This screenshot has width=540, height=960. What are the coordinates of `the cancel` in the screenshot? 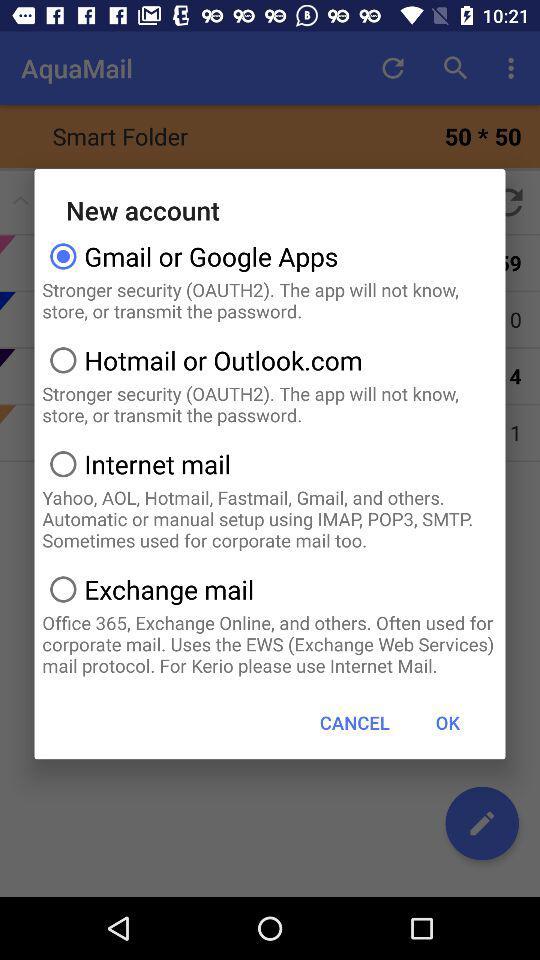 It's located at (353, 721).